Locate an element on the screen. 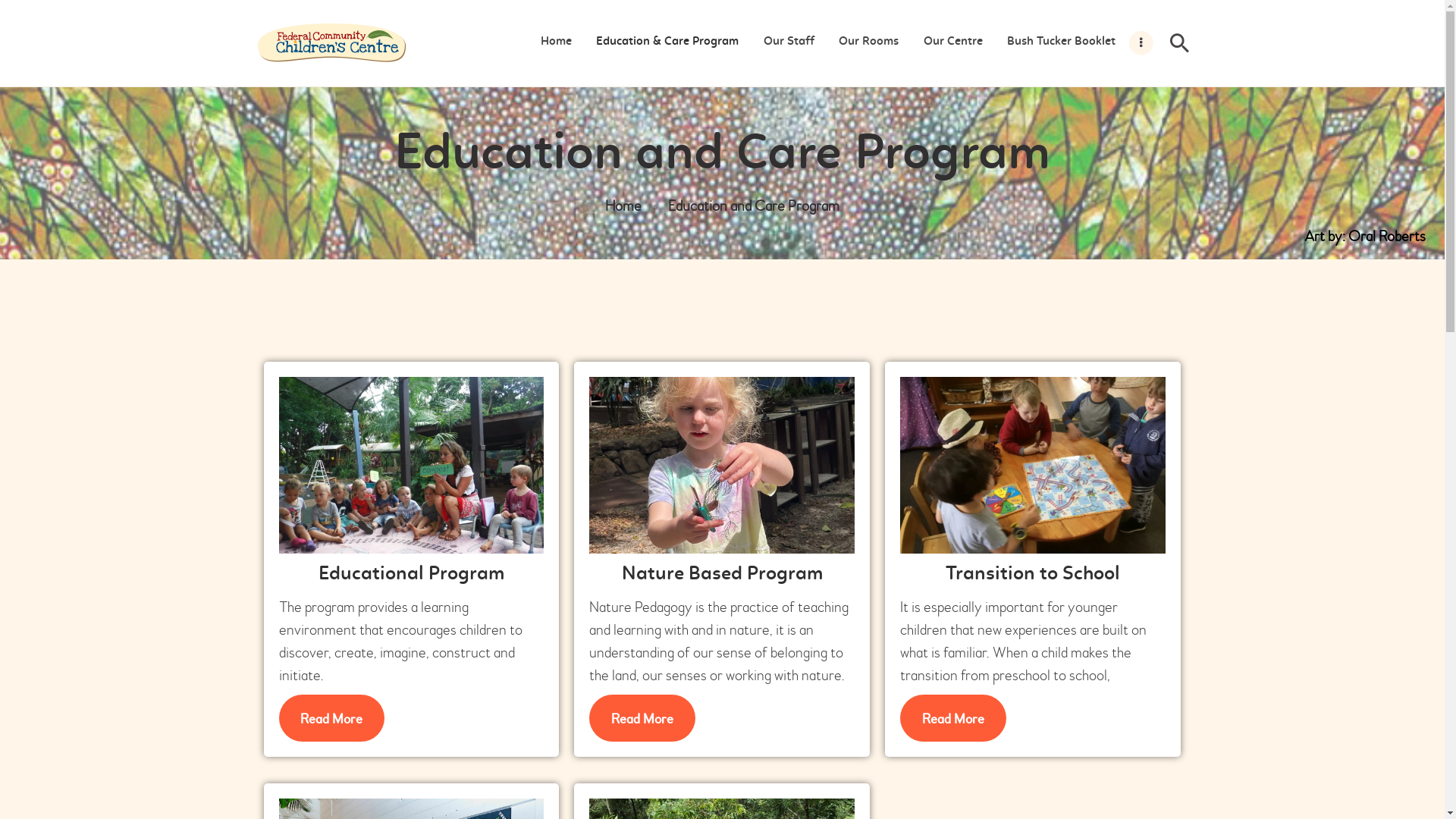 This screenshot has width=1456, height=819. 'Our Rooms' is located at coordinates (868, 42).